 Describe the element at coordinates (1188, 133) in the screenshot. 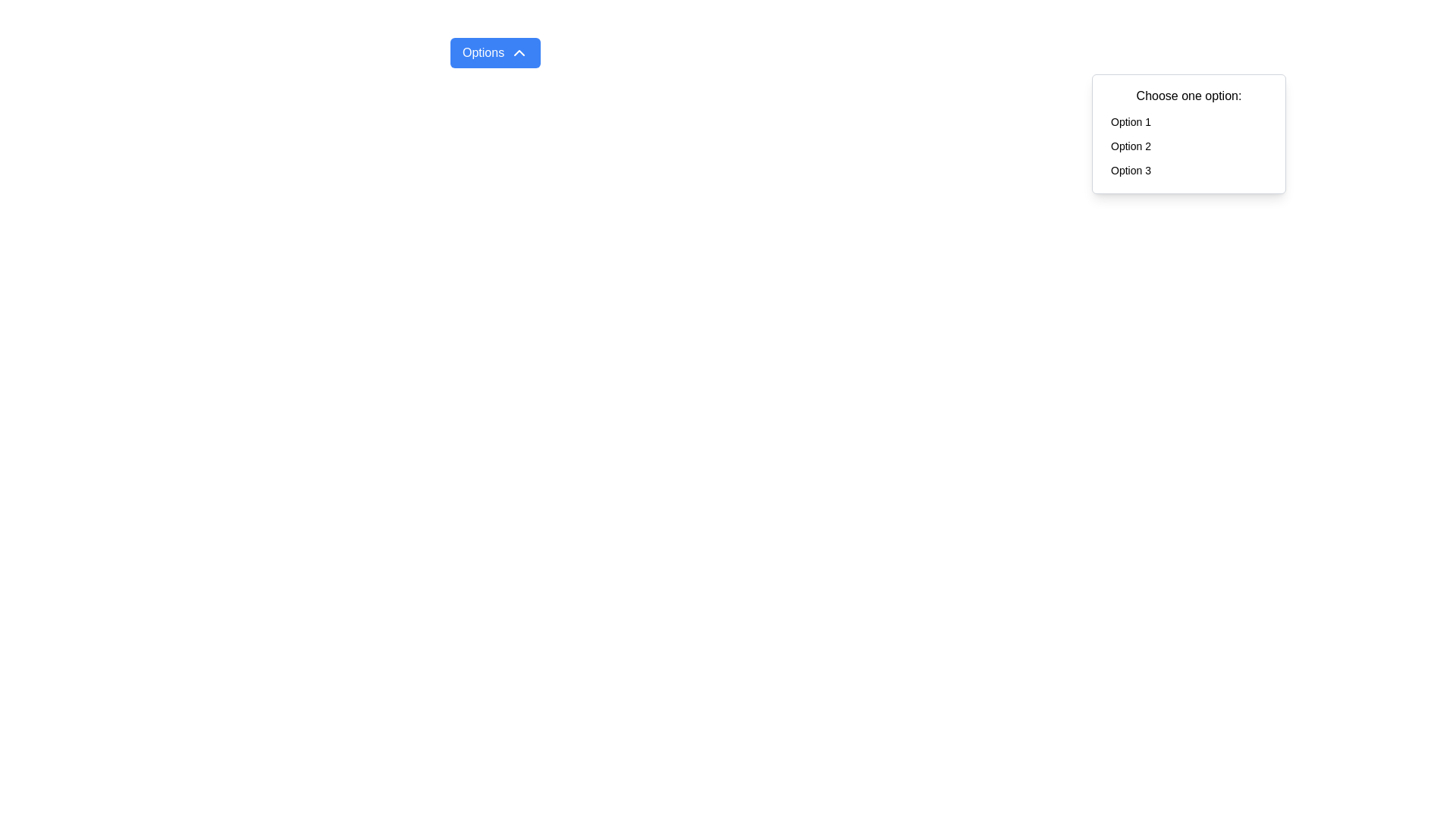

I see `the Dropdown menu displaying 'Choose one option:' with selectable options 'Option 1', 'Option 2', and 'Option 3'` at that location.